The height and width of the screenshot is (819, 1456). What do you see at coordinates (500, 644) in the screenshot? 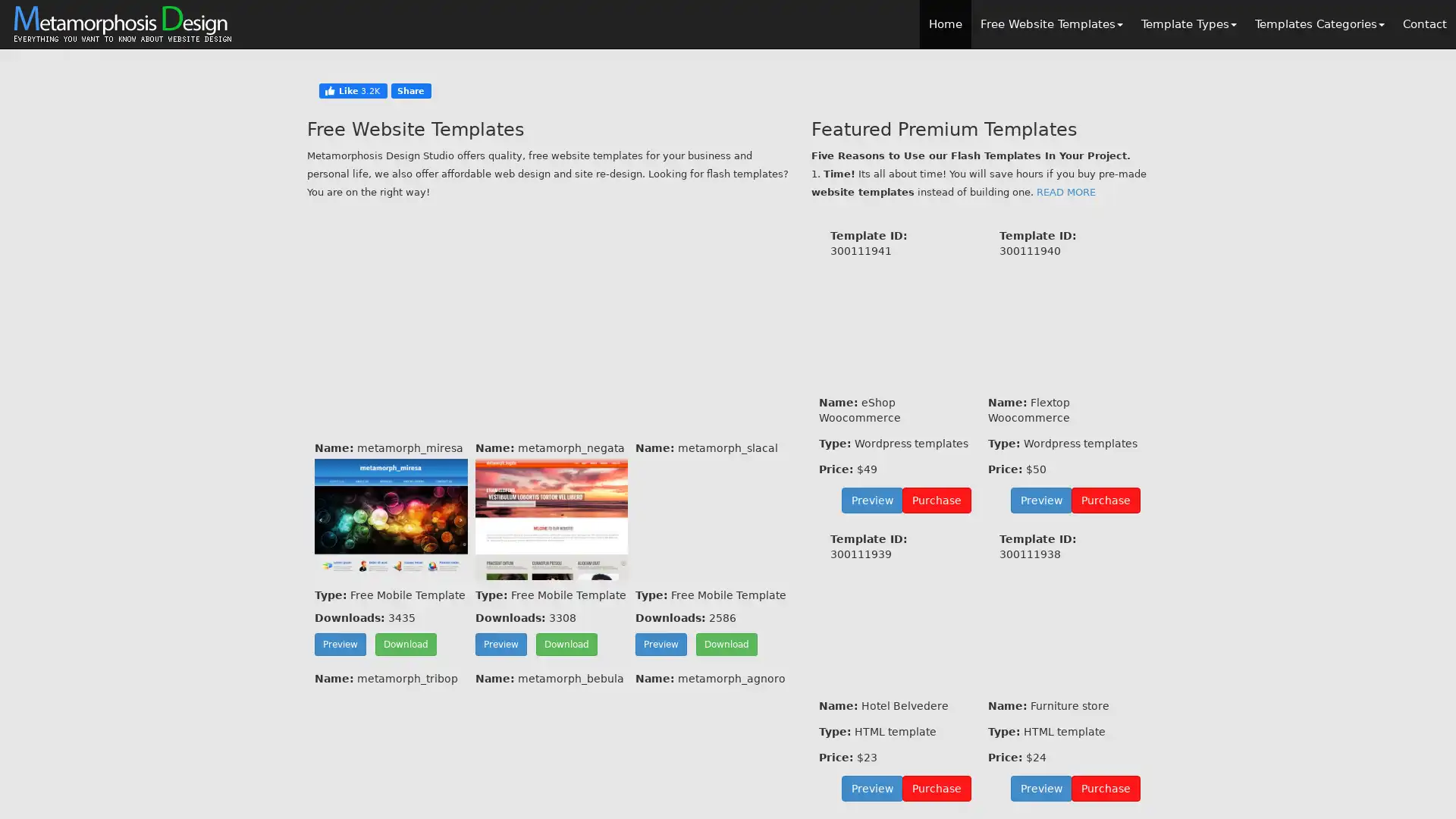
I see `Preview` at bounding box center [500, 644].